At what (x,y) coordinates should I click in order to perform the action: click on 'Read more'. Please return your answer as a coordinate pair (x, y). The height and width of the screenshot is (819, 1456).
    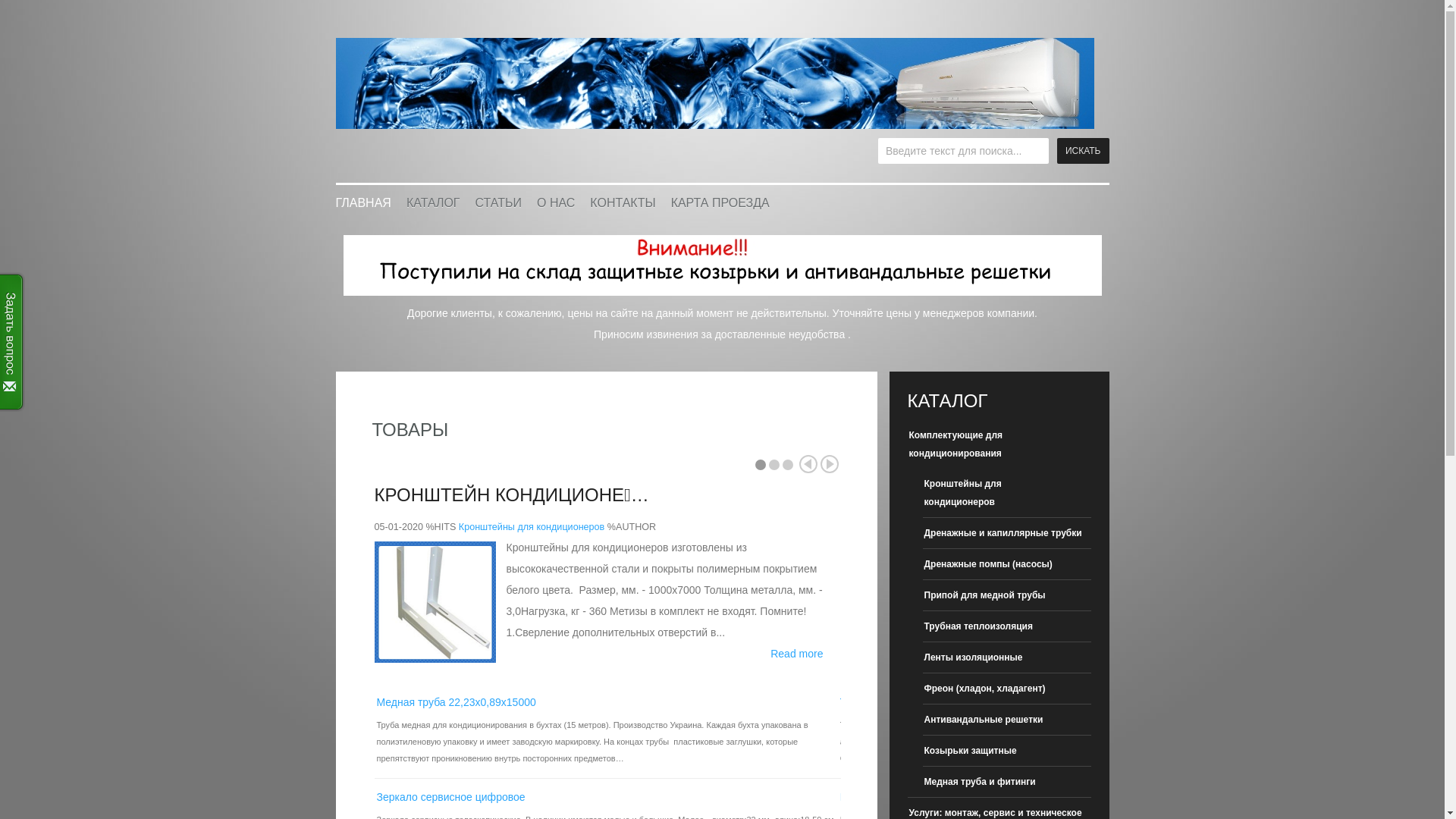
    Looking at the image, I should click on (795, 652).